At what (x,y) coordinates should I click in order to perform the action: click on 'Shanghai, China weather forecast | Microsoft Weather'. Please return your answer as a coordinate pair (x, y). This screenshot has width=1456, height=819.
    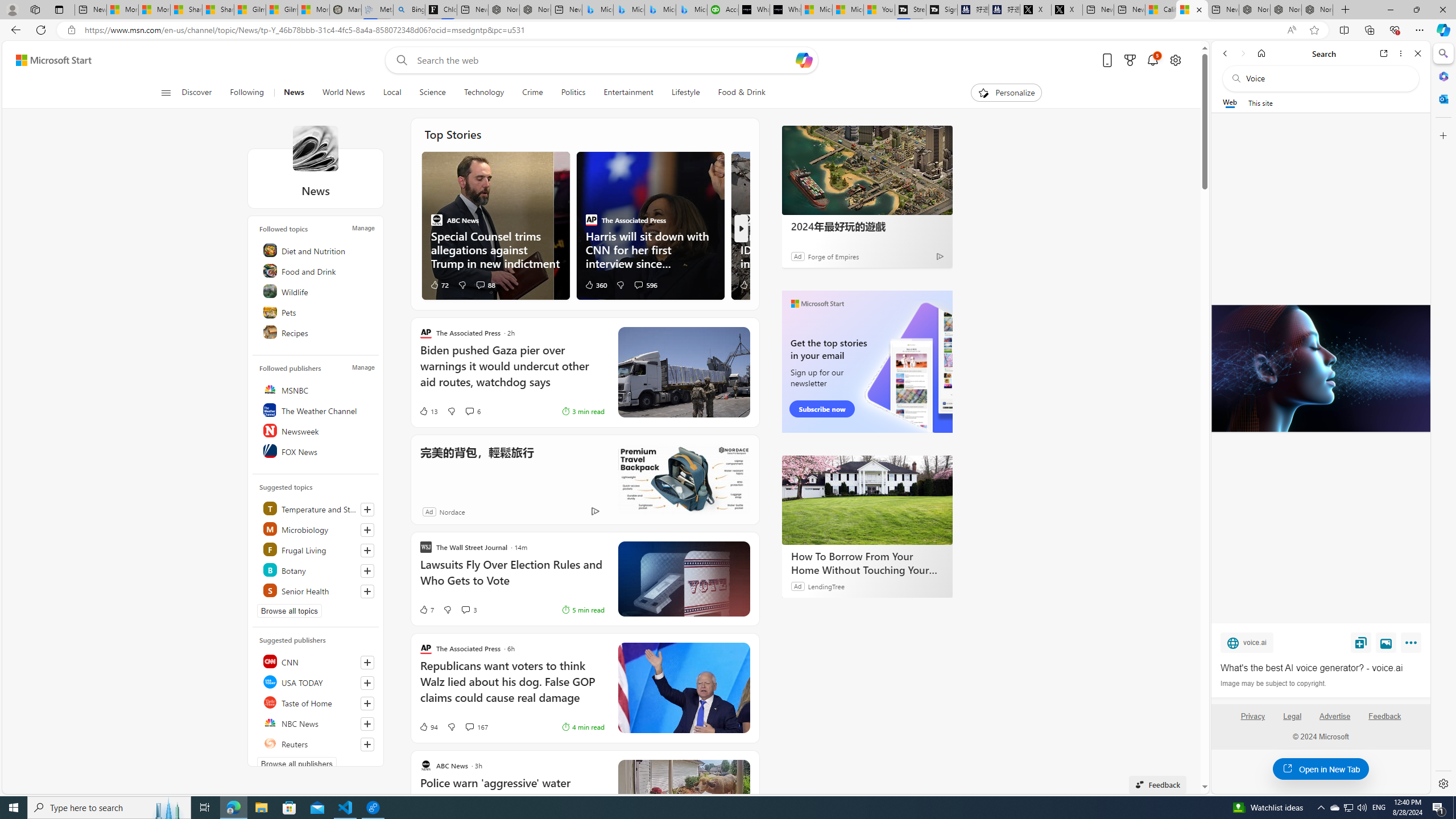
    Looking at the image, I should click on (218, 9).